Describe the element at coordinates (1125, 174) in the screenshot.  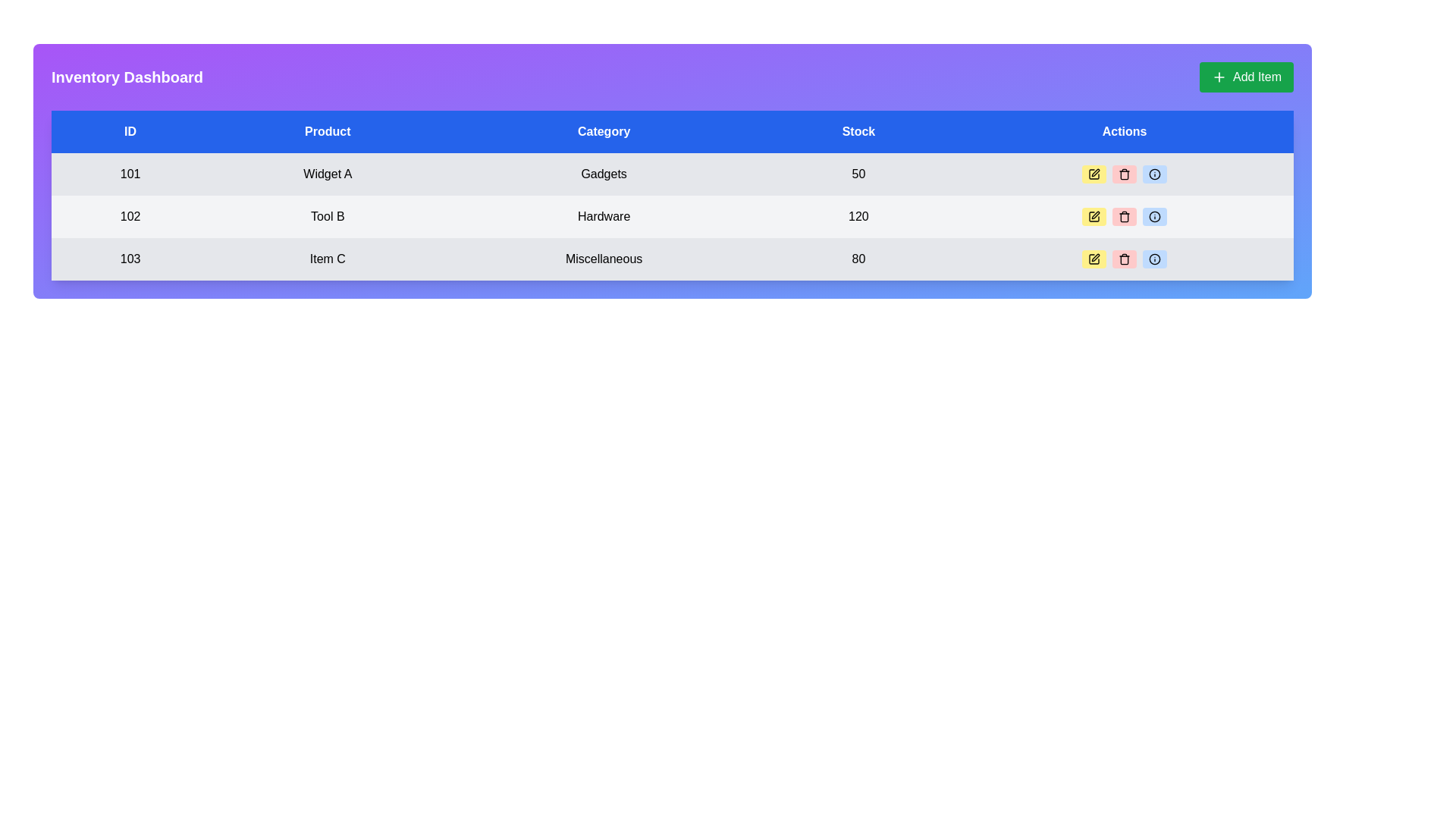
I see `the trash can icon on the red button located under the 'Actions' column for the first row in the table, which is the second action button in the sequence, positioned between the yellow 'edit' button and the blue 'information' button` at that location.